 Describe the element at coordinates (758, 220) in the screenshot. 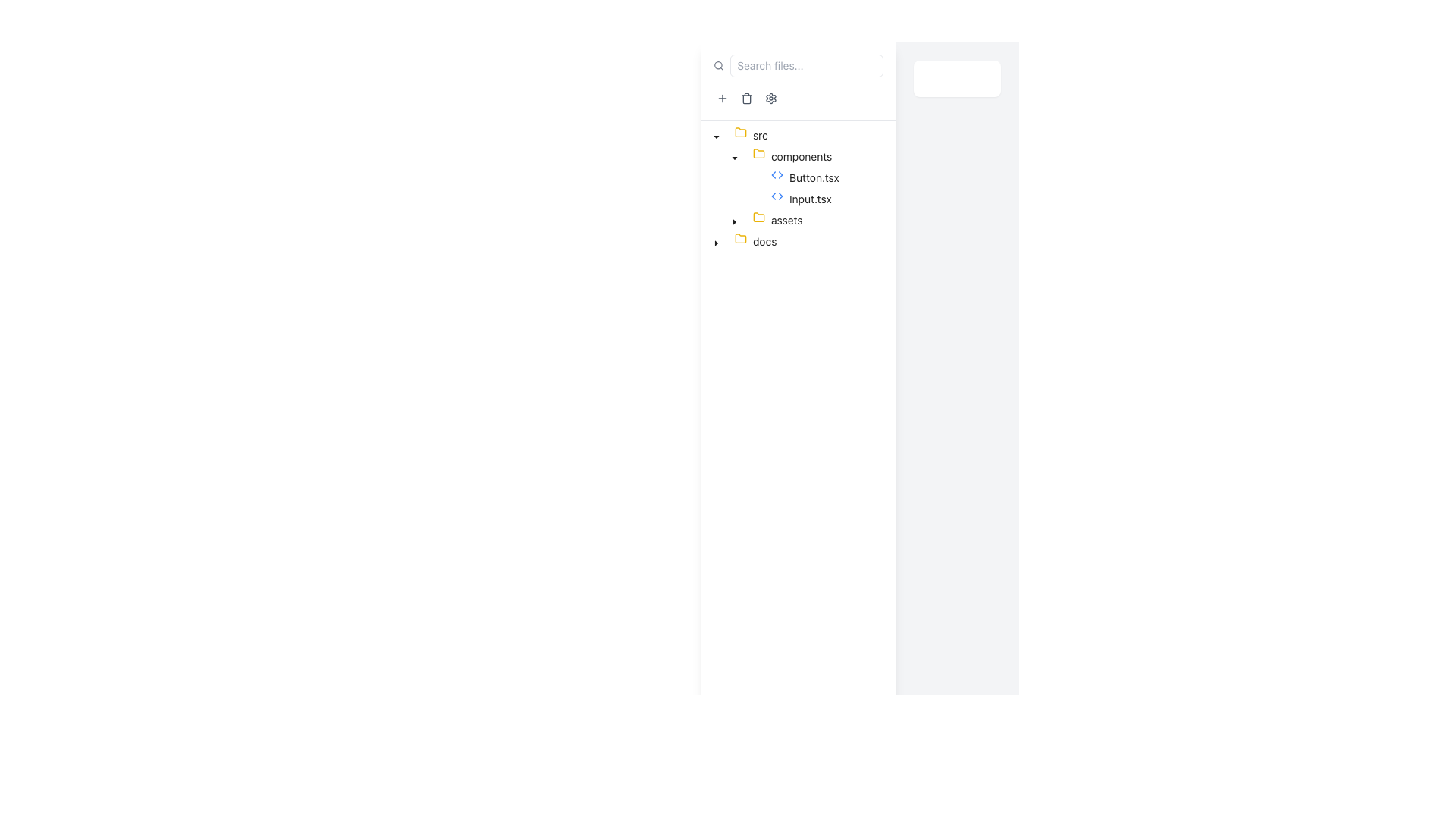

I see `the caret of the 'assets' folder in the Tree view` at that location.